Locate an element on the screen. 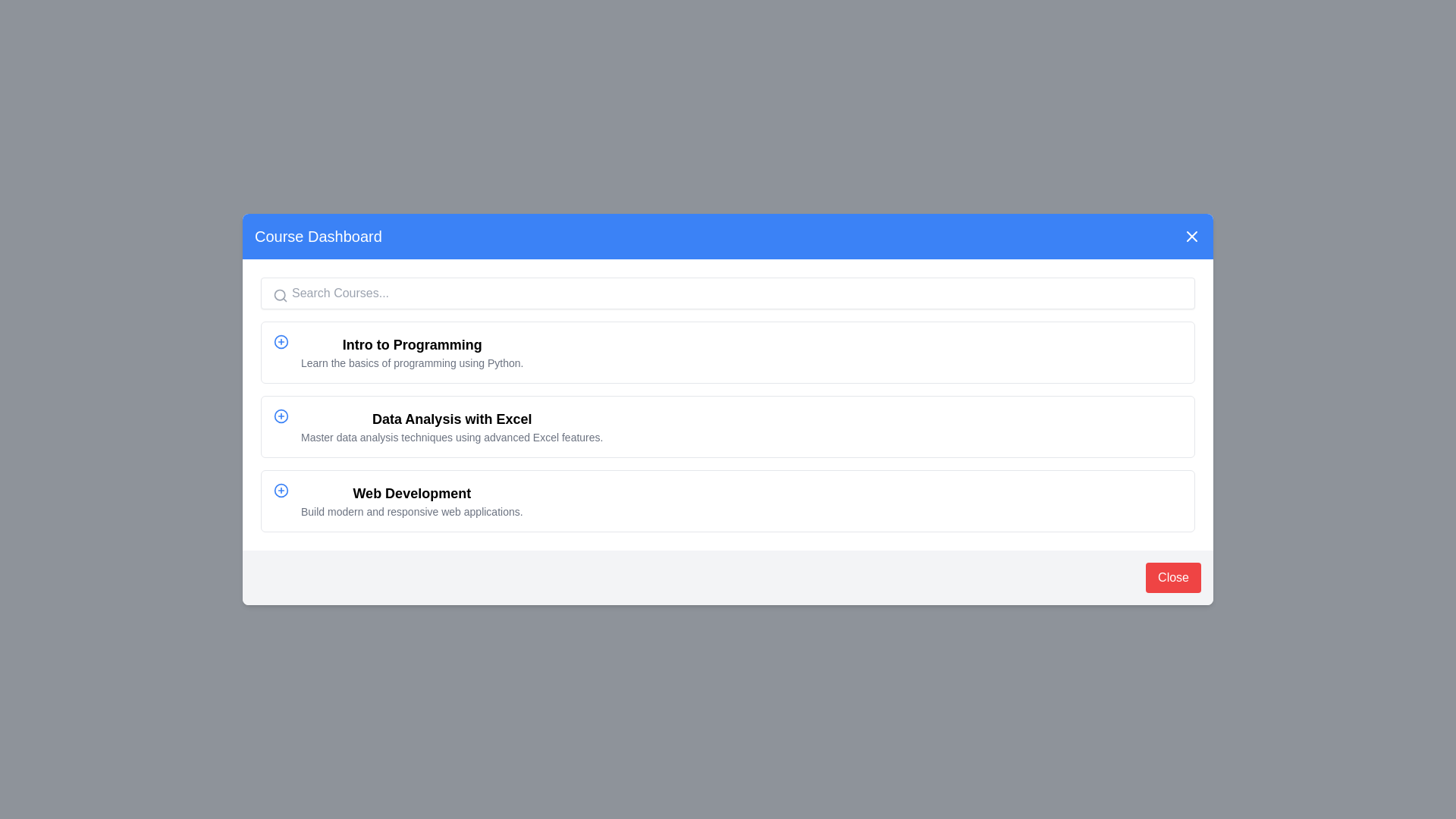  the text label that reads 'Build modern and responsive web applications.' which is located directly beneath the title 'Web Development' is located at coordinates (412, 512).